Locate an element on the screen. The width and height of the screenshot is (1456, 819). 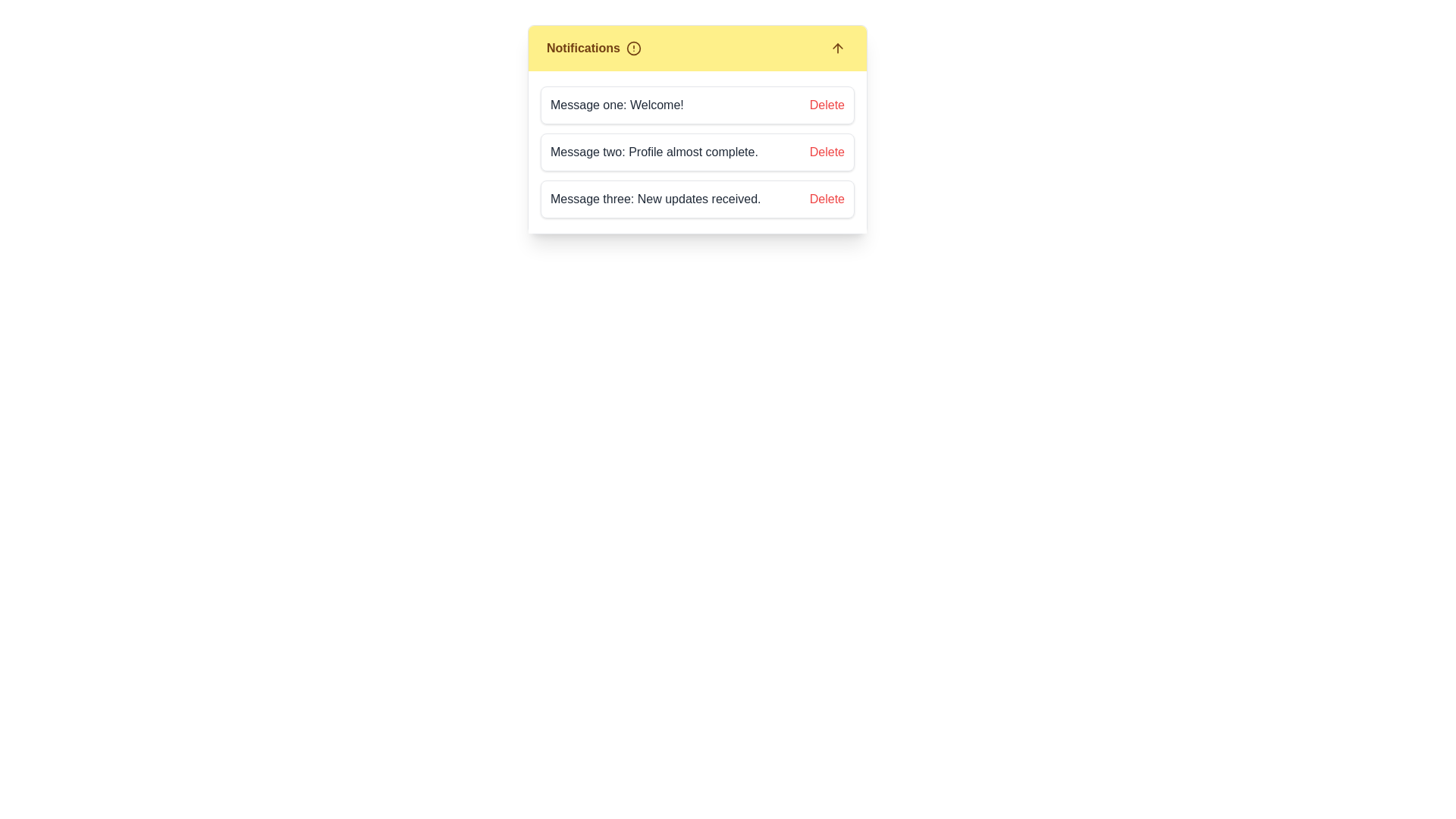
the red 'Delete' button located at the rightmost end of the notification item titled 'Message one: Welcome!' is located at coordinates (826, 104).